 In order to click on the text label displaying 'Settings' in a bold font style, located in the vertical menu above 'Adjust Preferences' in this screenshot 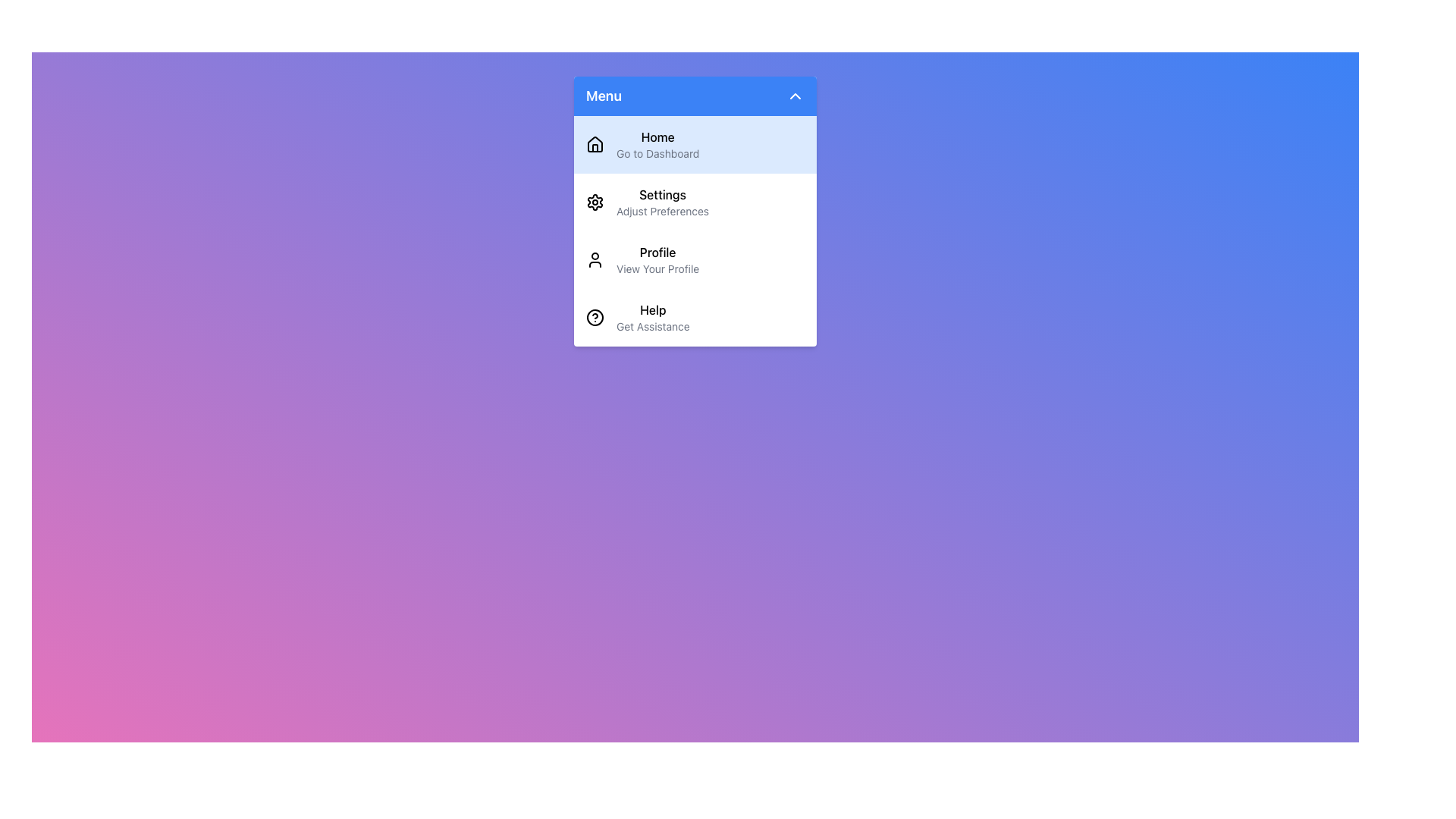, I will do `click(662, 194)`.